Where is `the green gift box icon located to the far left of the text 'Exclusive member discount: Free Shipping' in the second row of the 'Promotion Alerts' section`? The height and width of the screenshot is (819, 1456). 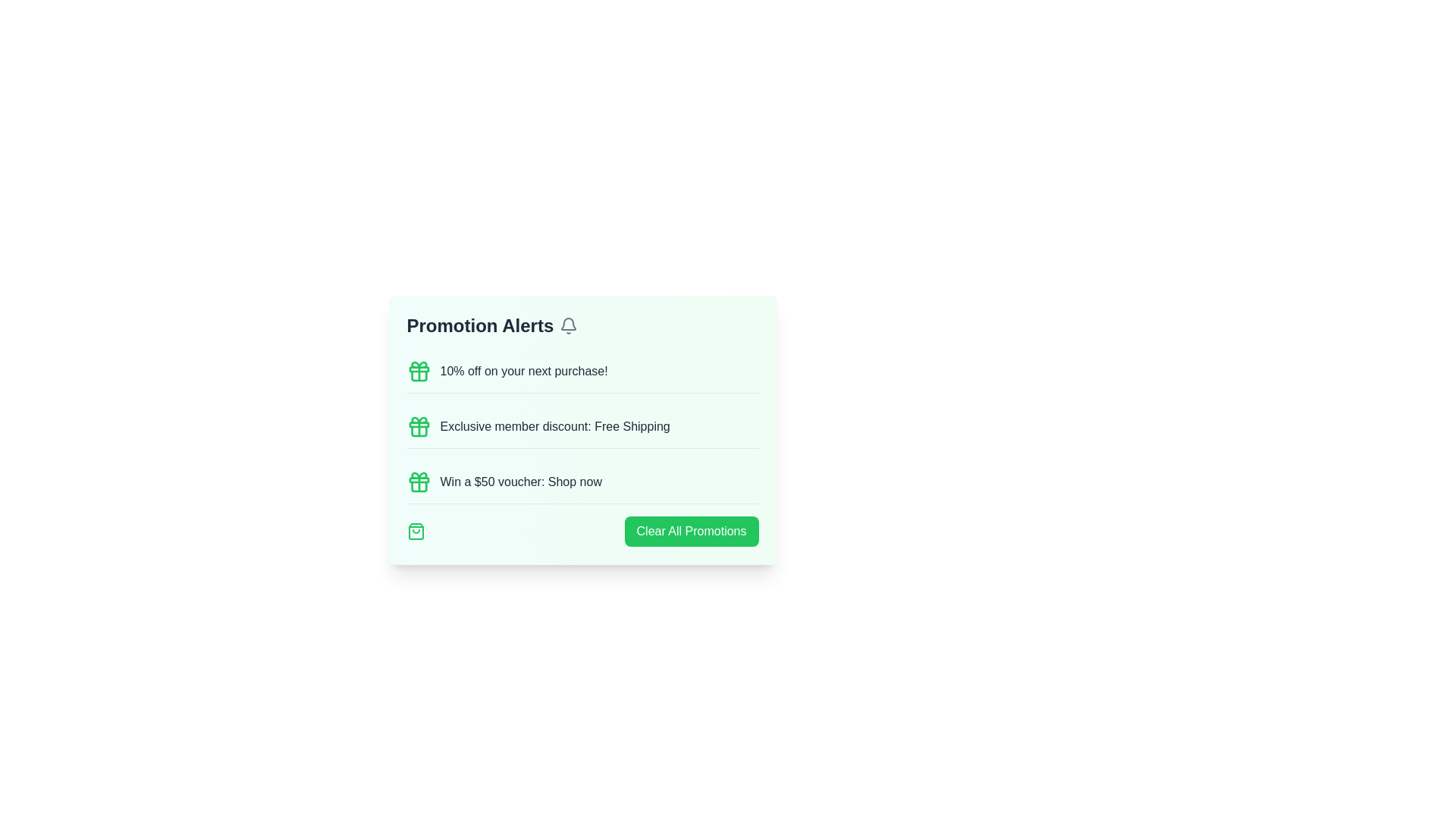
the green gift box icon located to the far left of the text 'Exclusive member discount: Free Shipping' in the second row of the 'Promotion Alerts' section is located at coordinates (419, 427).